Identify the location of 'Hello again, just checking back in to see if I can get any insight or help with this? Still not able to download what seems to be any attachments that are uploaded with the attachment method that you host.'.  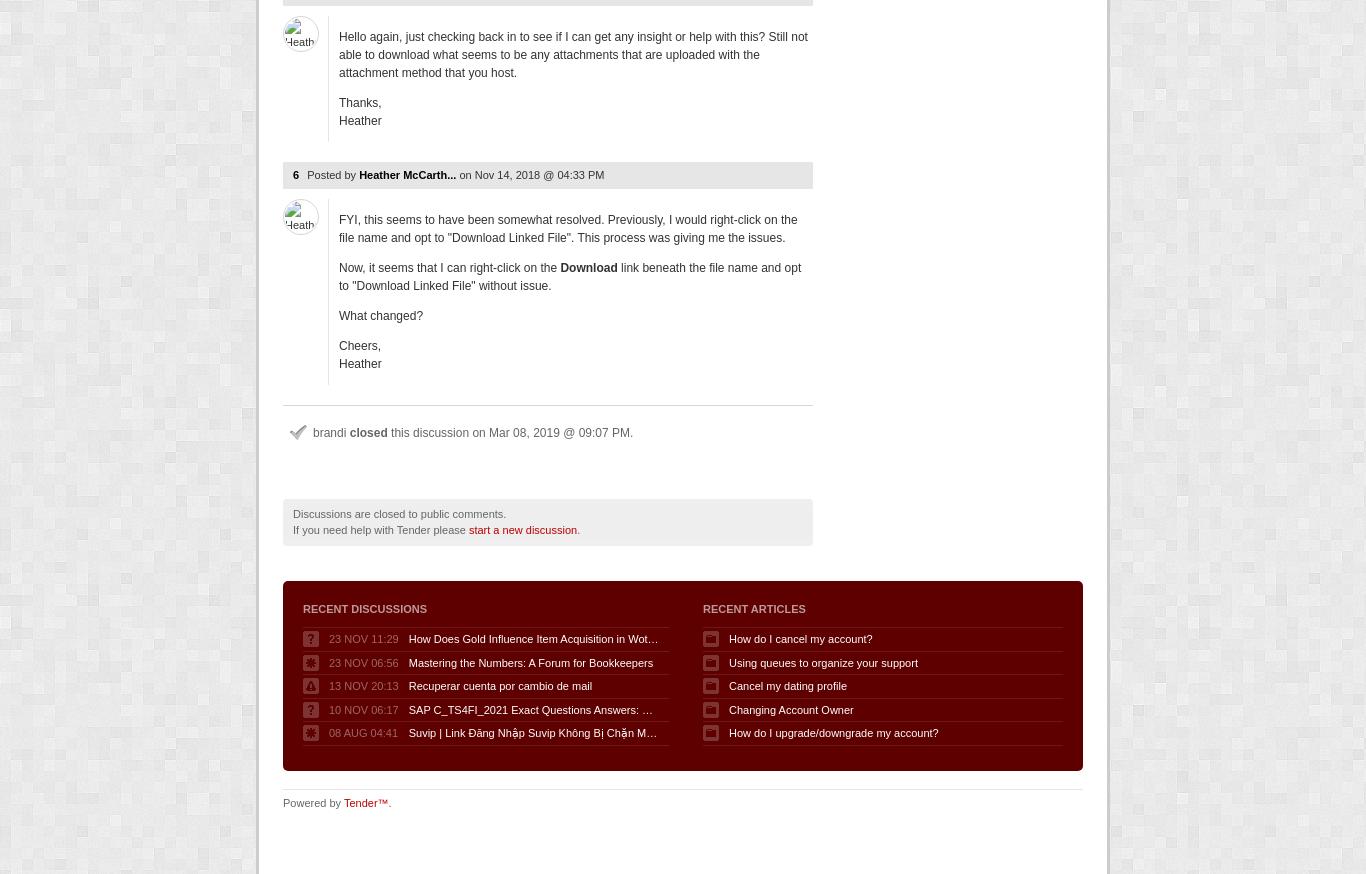
(572, 53).